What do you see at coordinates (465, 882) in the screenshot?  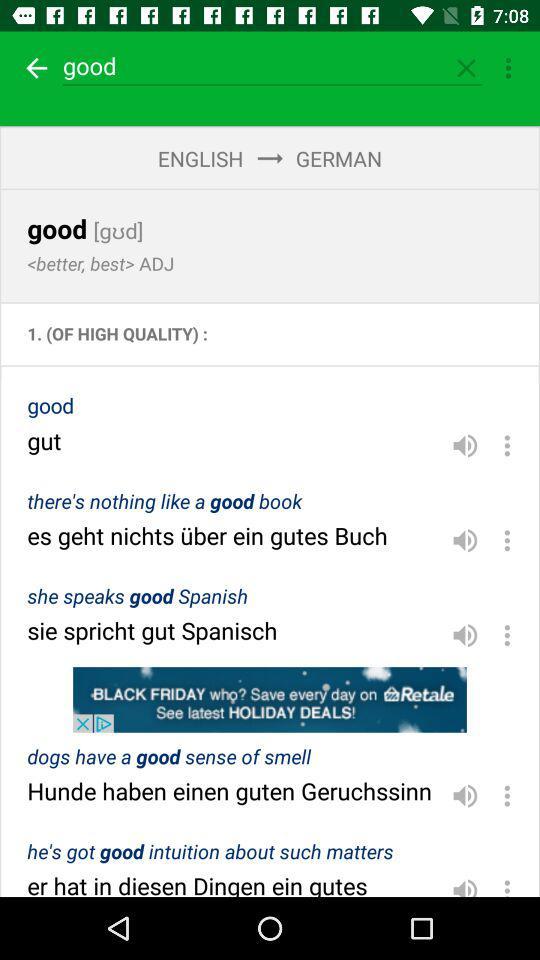 I see `volume option` at bounding box center [465, 882].